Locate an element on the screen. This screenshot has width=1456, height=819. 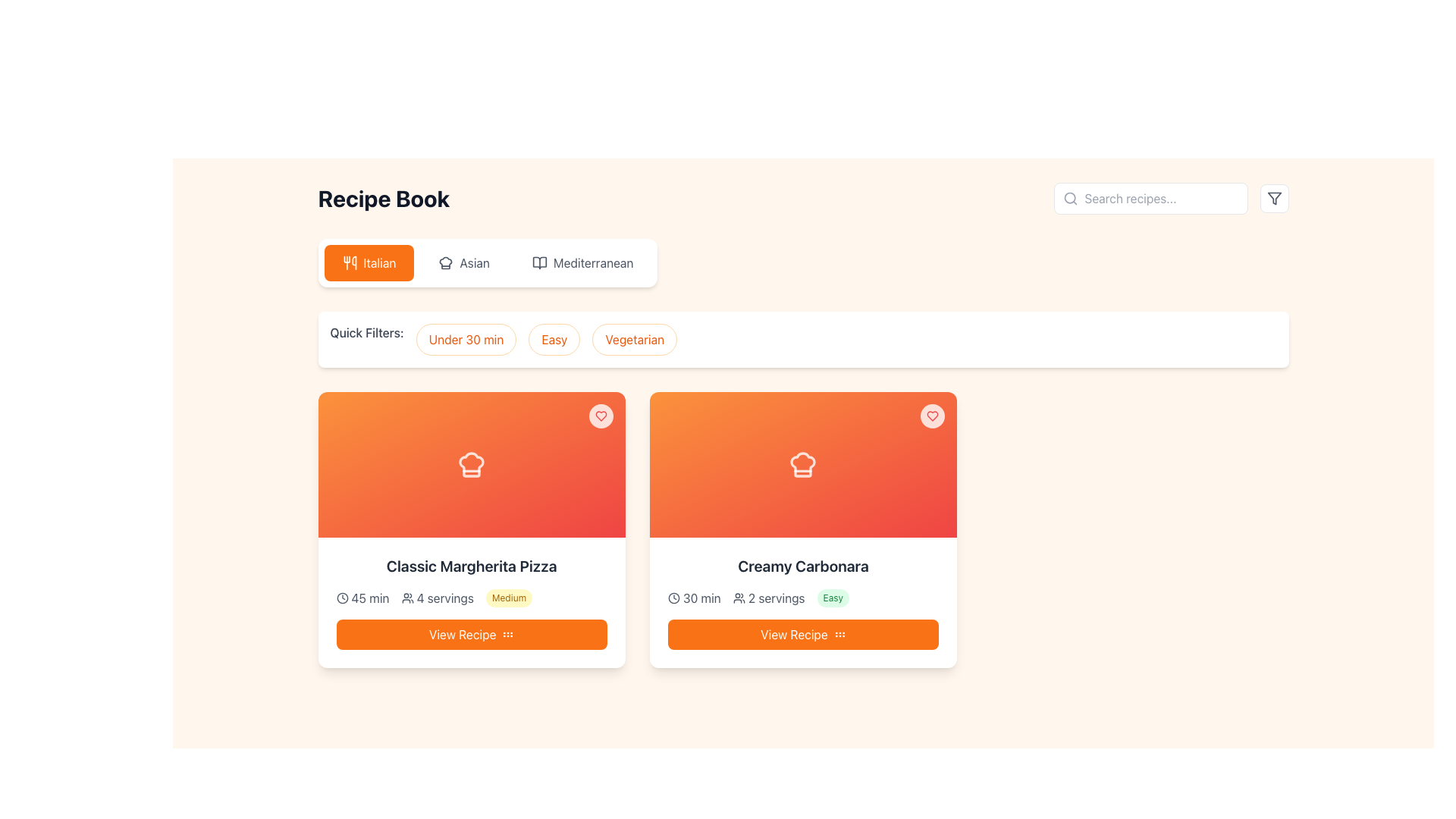
the decorative vector graphic representing cuisine and cooking themes, which is centrally located within the chef's hat icon on the leftmost card of the Recipe Book section is located at coordinates (445, 262).